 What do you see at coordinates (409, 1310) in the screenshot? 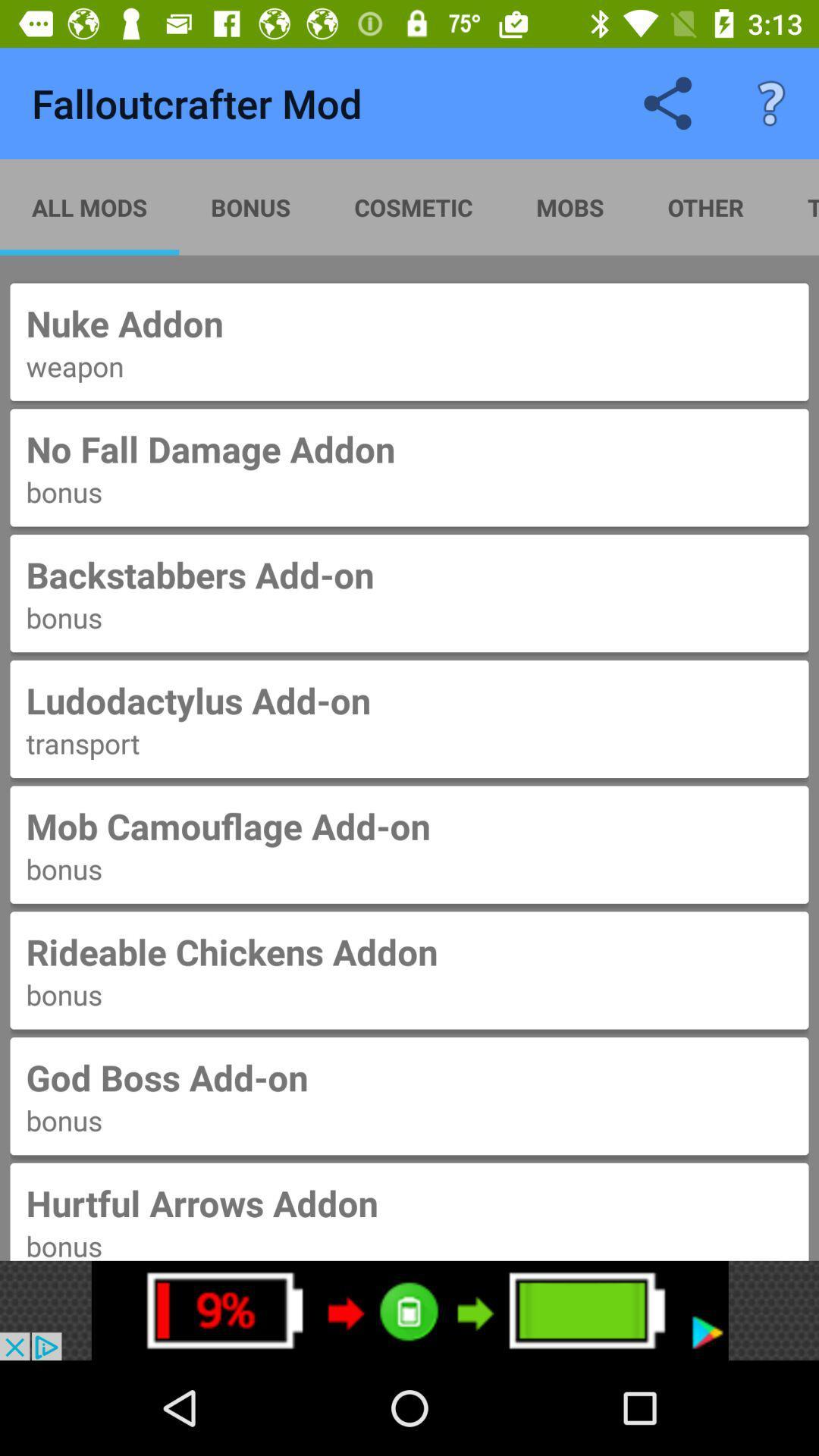
I see `advertisement for increase in battery power` at bounding box center [409, 1310].